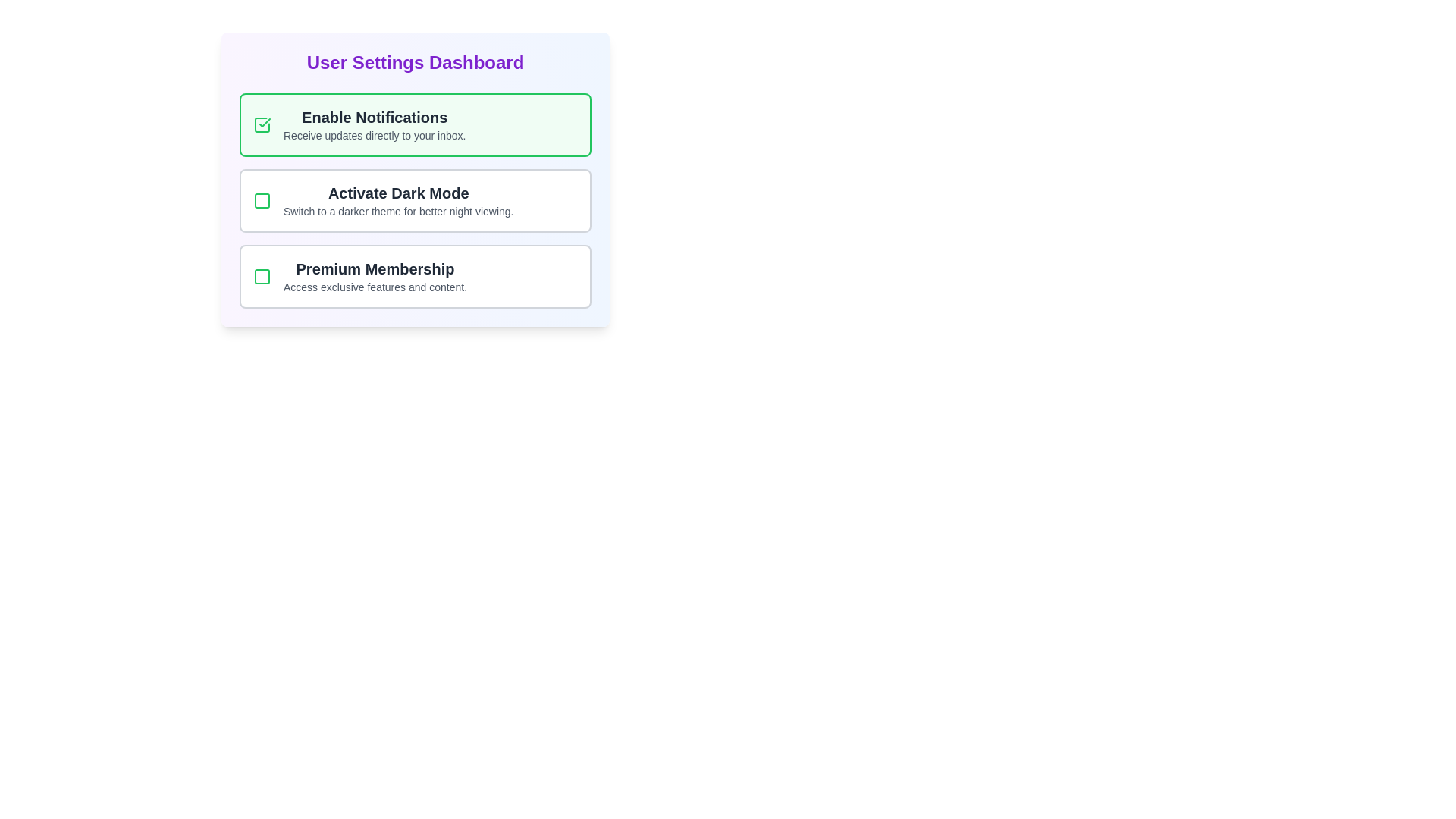 Image resolution: width=1456 pixels, height=819 pixels. I want to click on the bright green square checkbox indicator with a checkmark symbol located at the start of the 'Enable Notifications' text in the User Settings Dashboard, so click(262, 124).